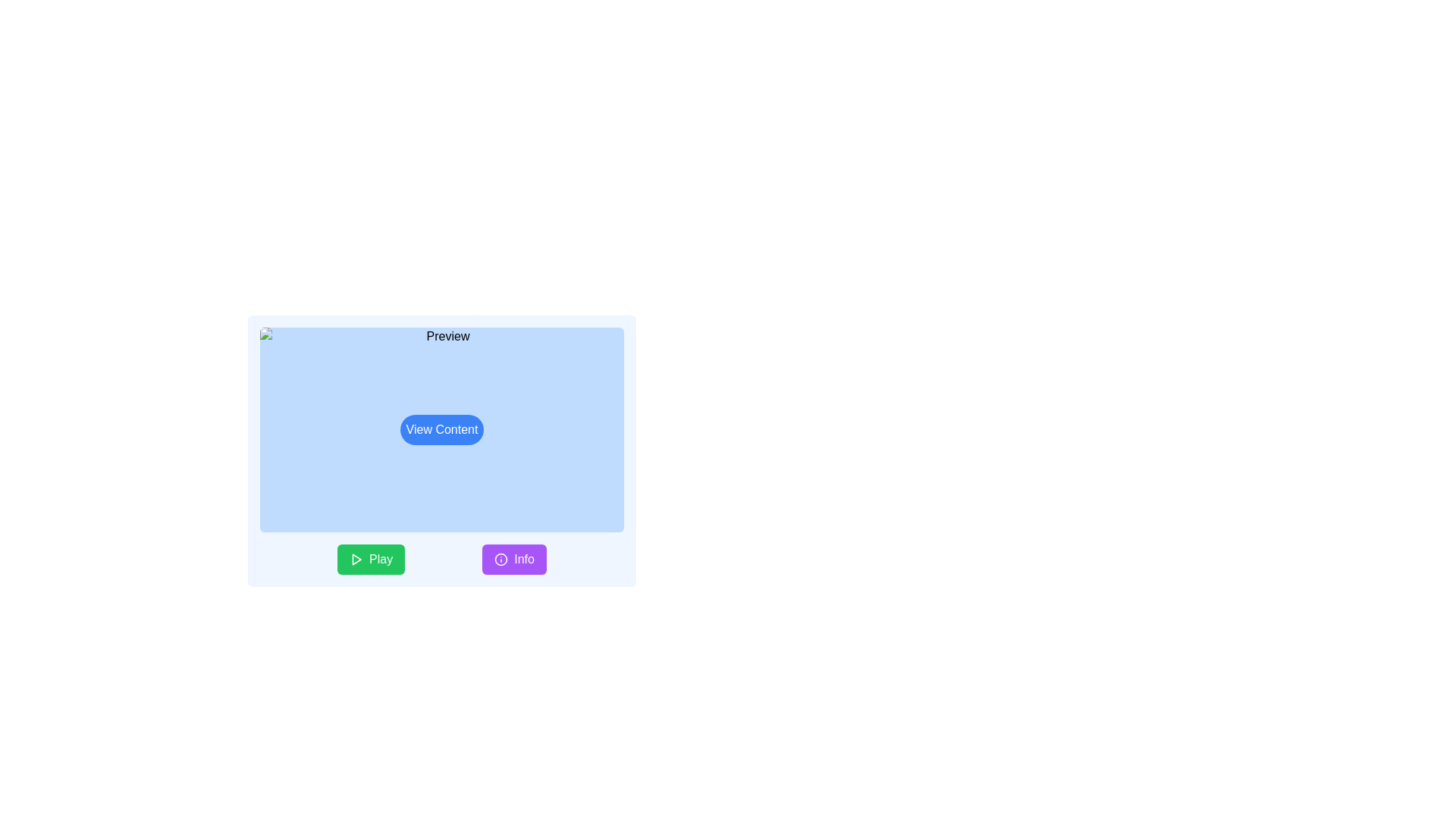  I want to click on the 'View Content' button, which is a blue circular button with white text, so click(441, 430).